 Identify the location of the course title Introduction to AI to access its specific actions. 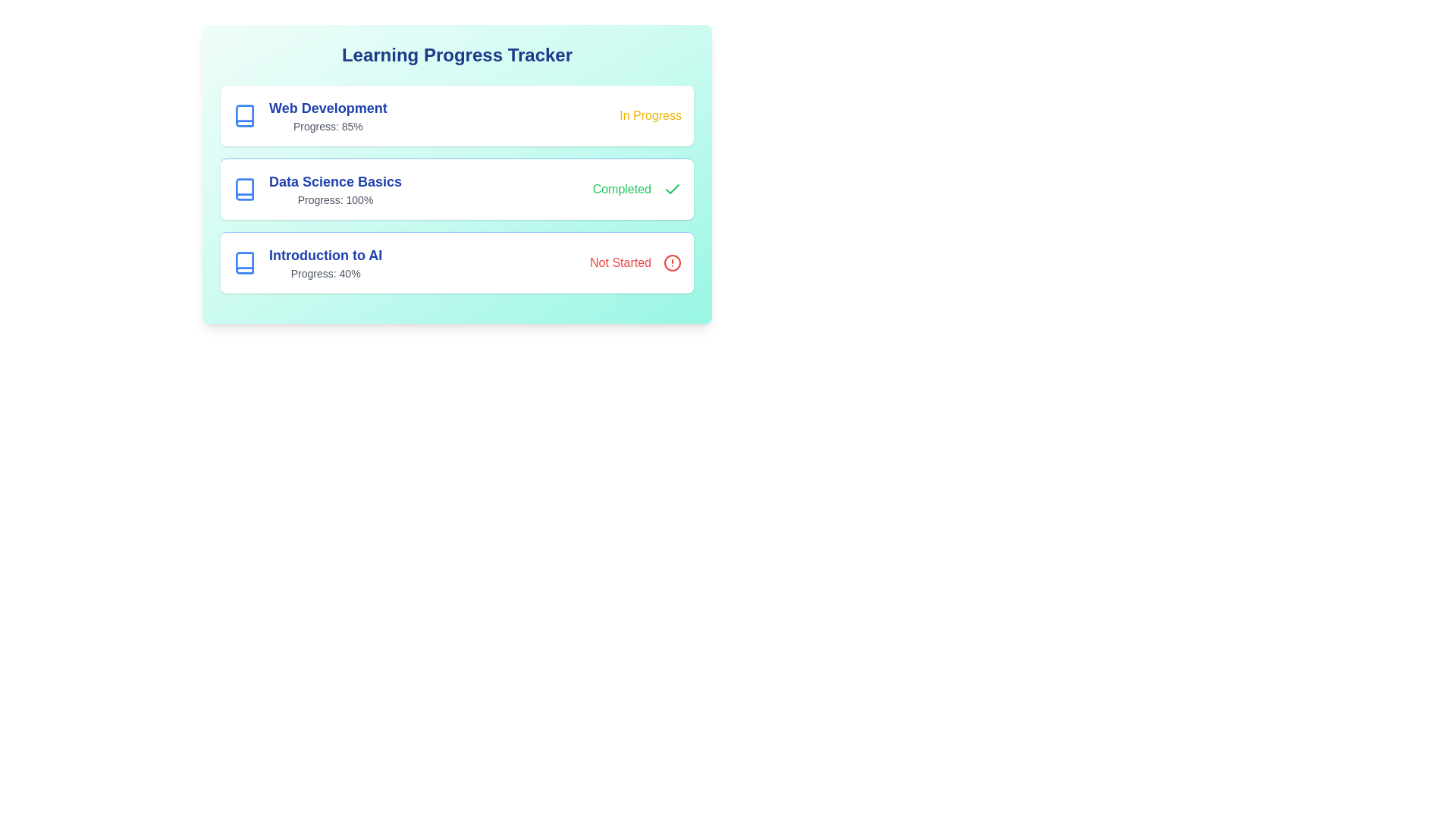
(306, 262).